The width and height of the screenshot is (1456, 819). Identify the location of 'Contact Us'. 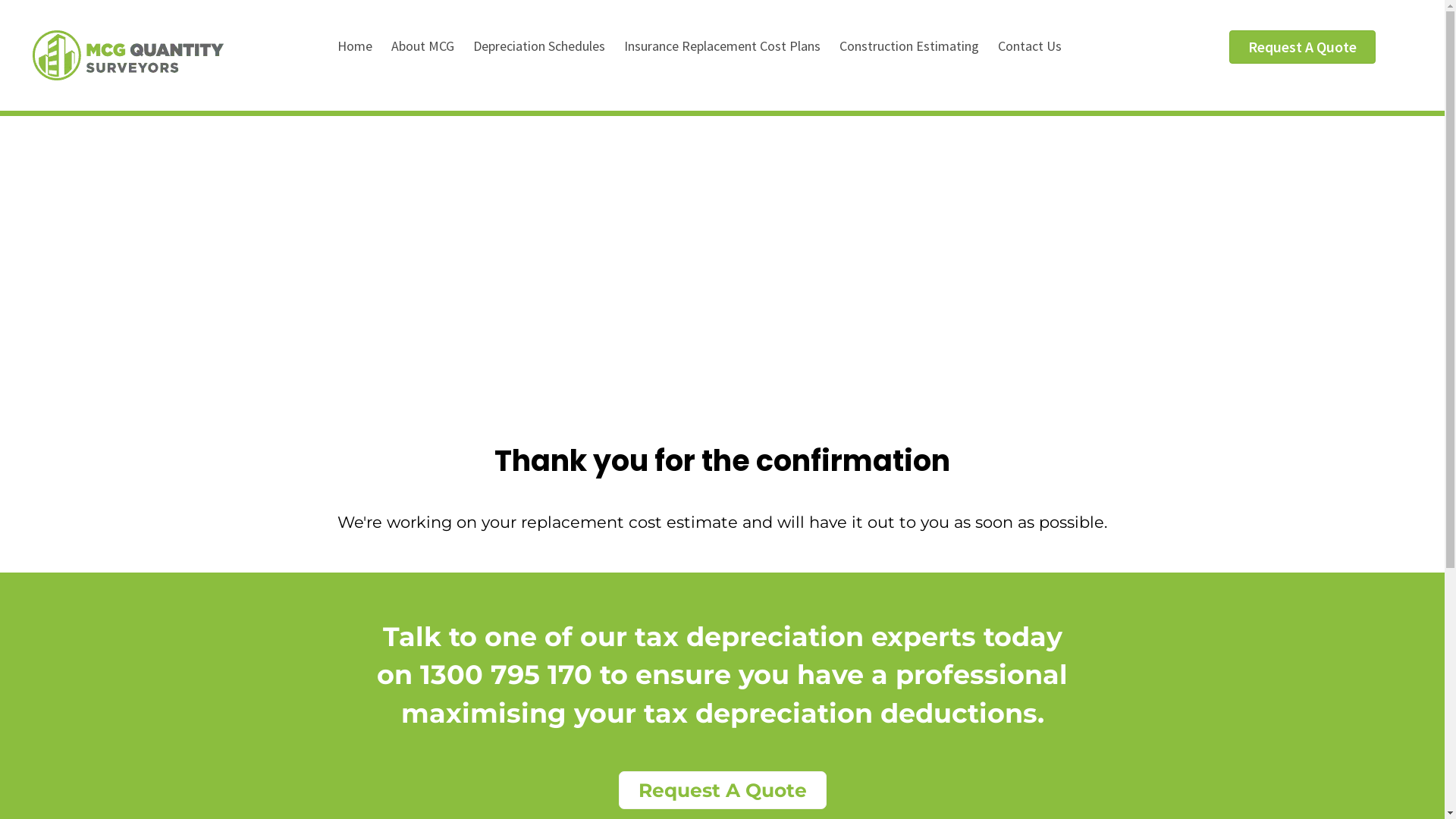
(1037, 44).